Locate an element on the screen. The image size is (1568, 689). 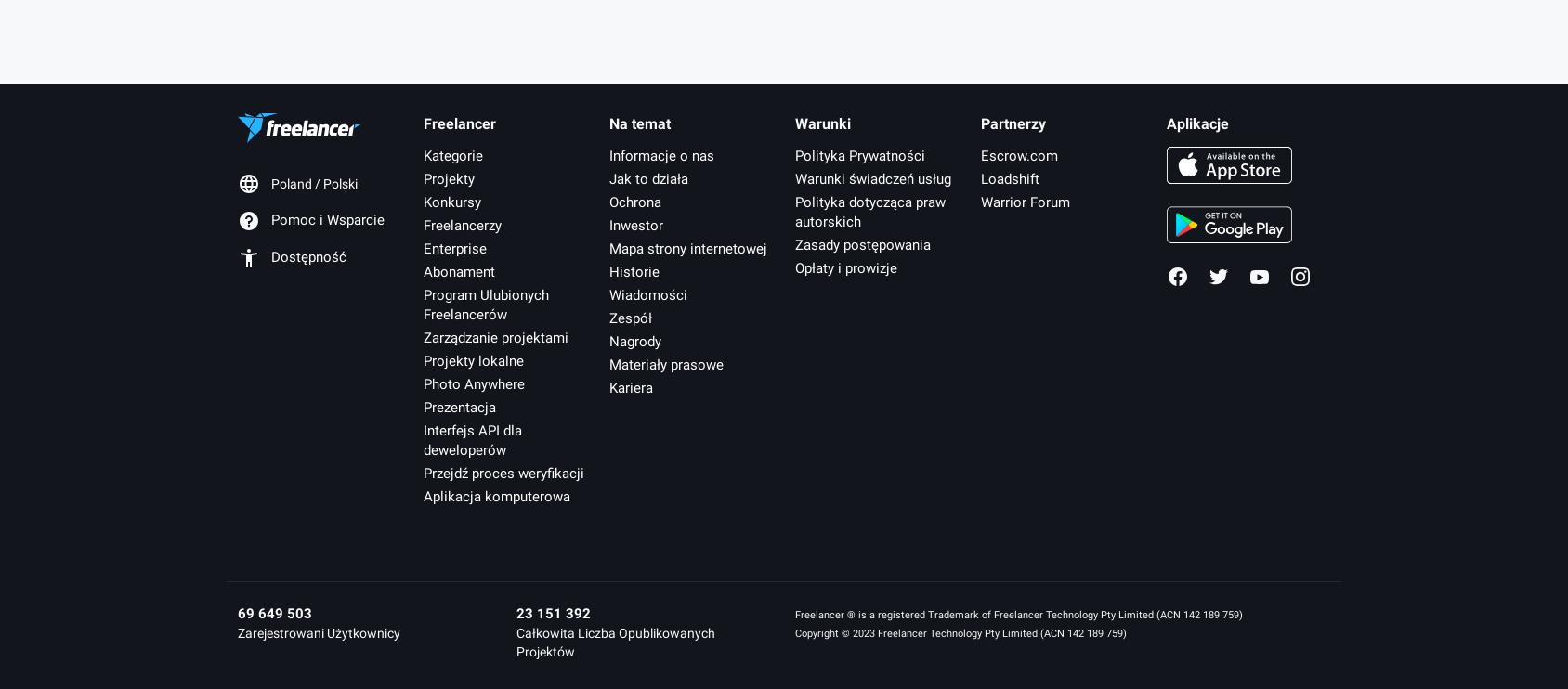
'Freelancer' is located at coordinates (458, 122).